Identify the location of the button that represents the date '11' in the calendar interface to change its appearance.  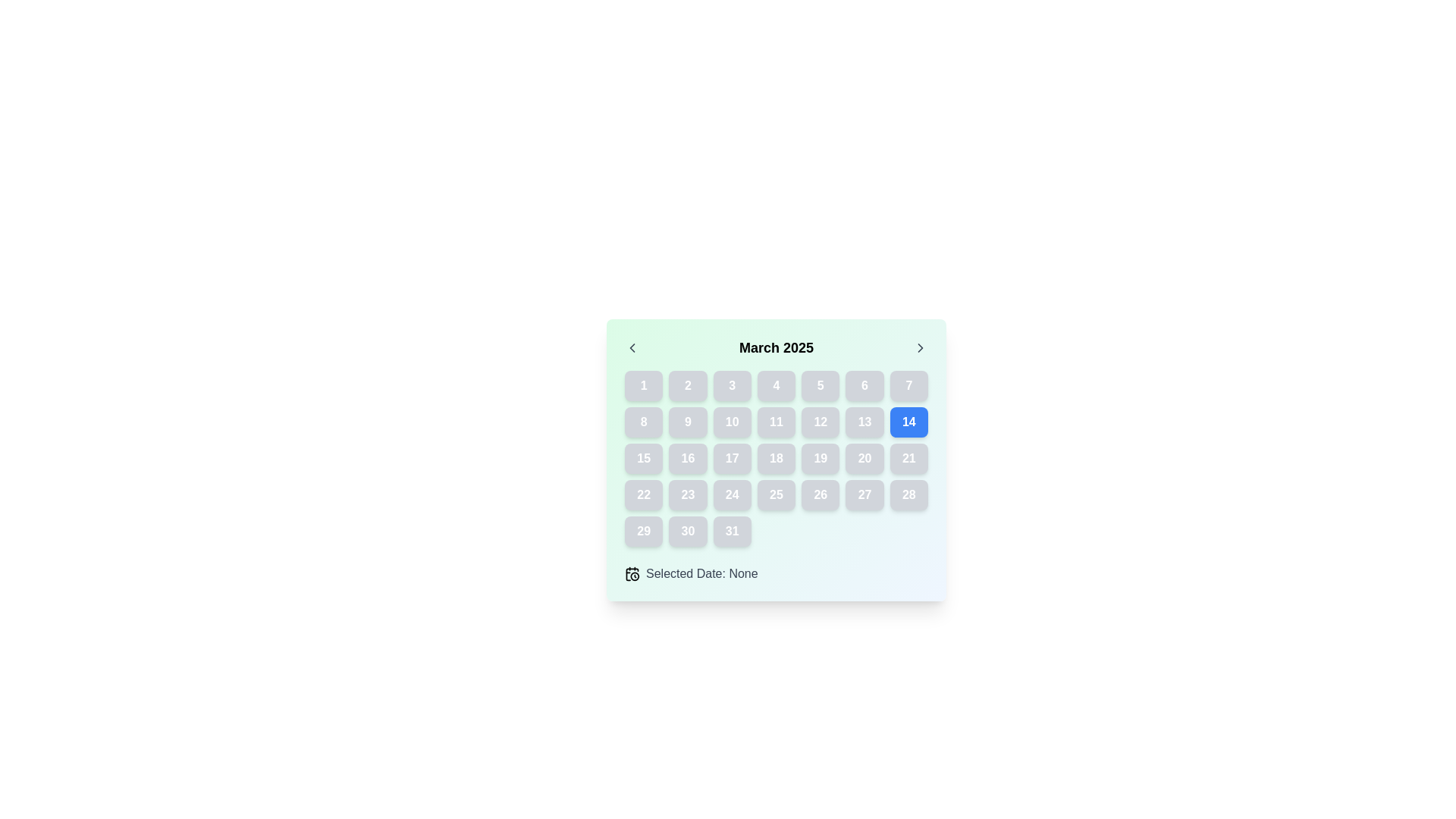
(776, 422).